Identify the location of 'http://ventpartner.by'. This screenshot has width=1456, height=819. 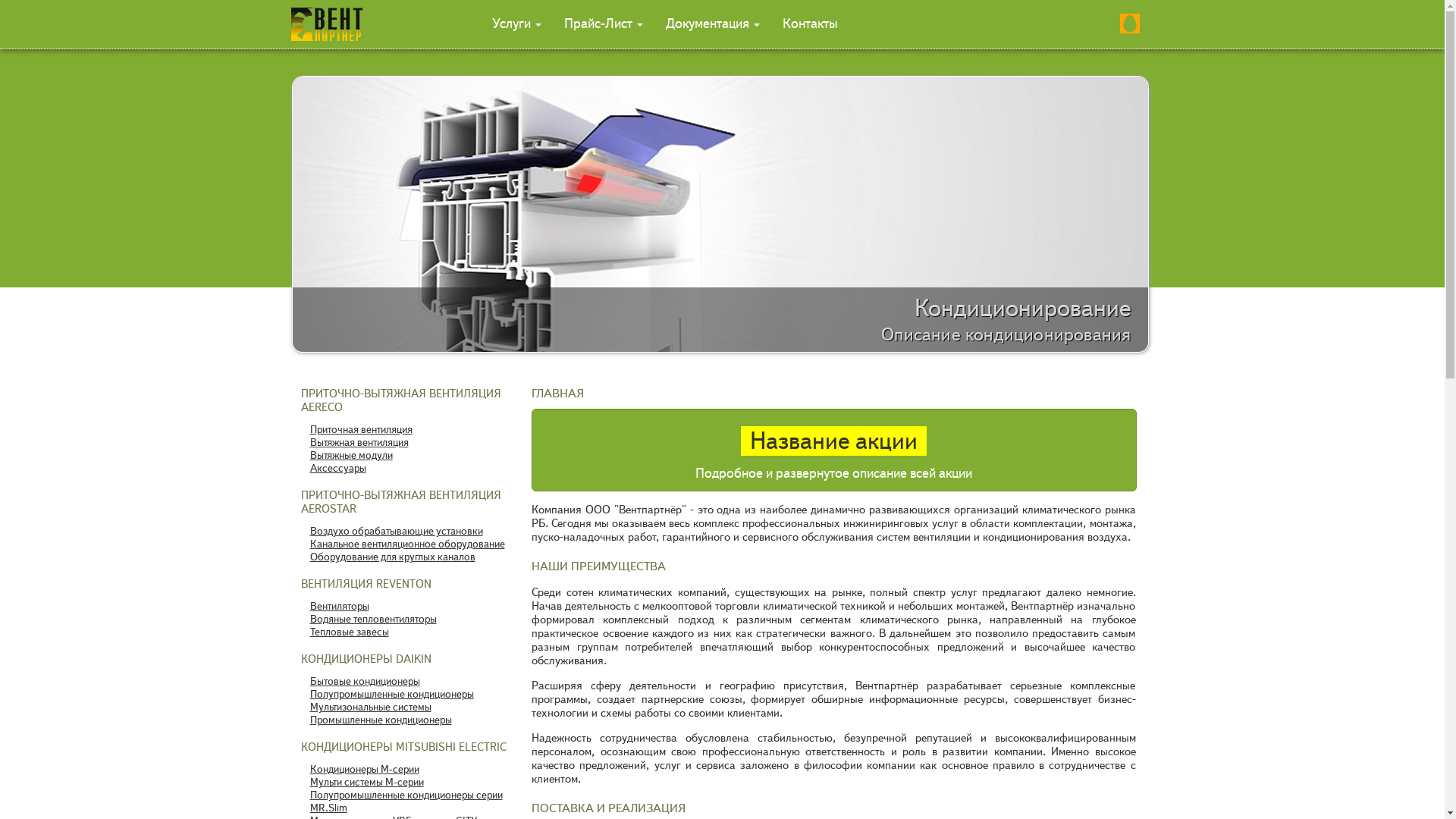
(315, 24).